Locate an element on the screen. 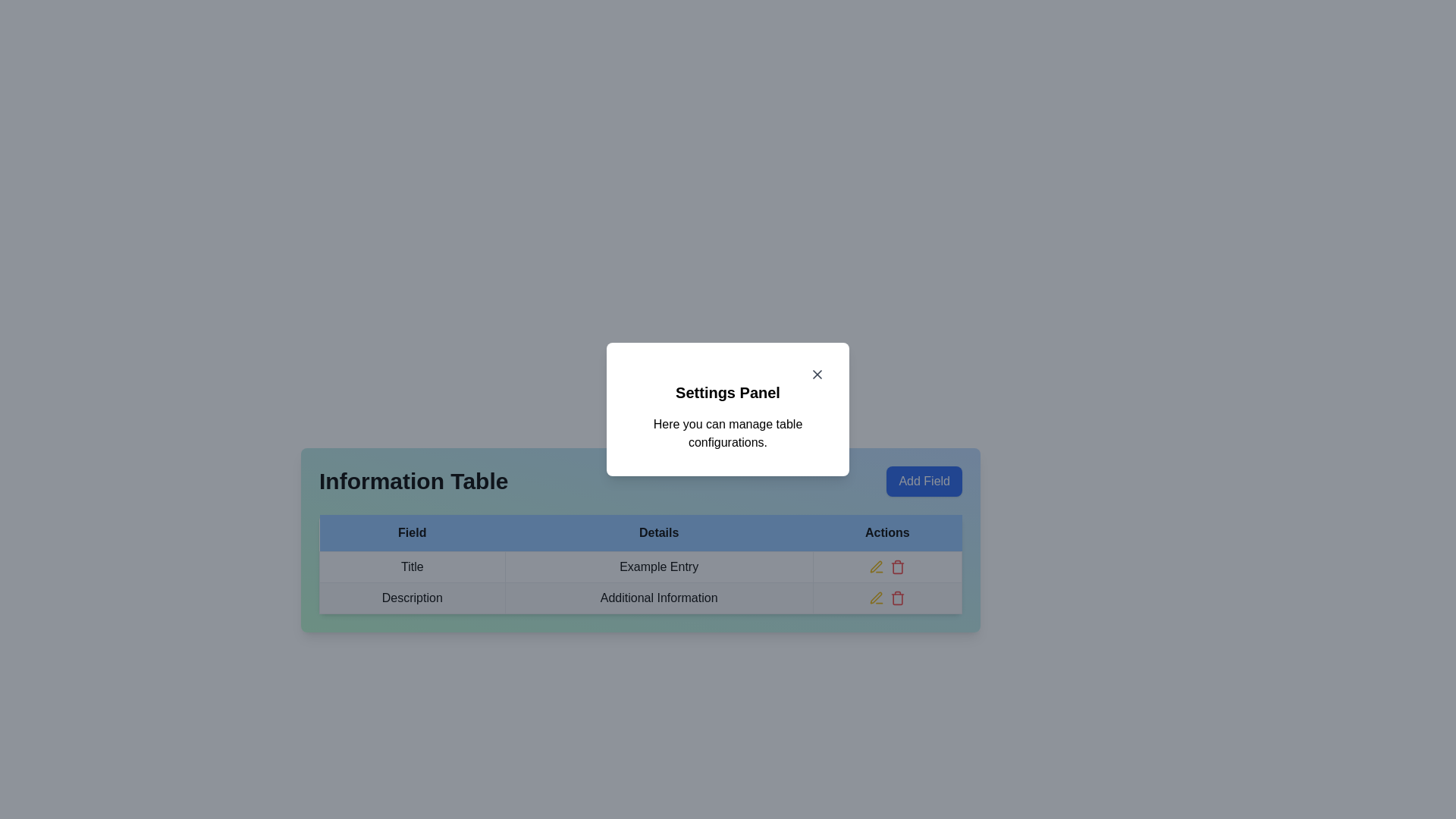  the header label in the middle of the table, which indicates the column for details or descriptions, positioned between the 'Field' and 'Actions' headers is located at coordinates (659, 532).